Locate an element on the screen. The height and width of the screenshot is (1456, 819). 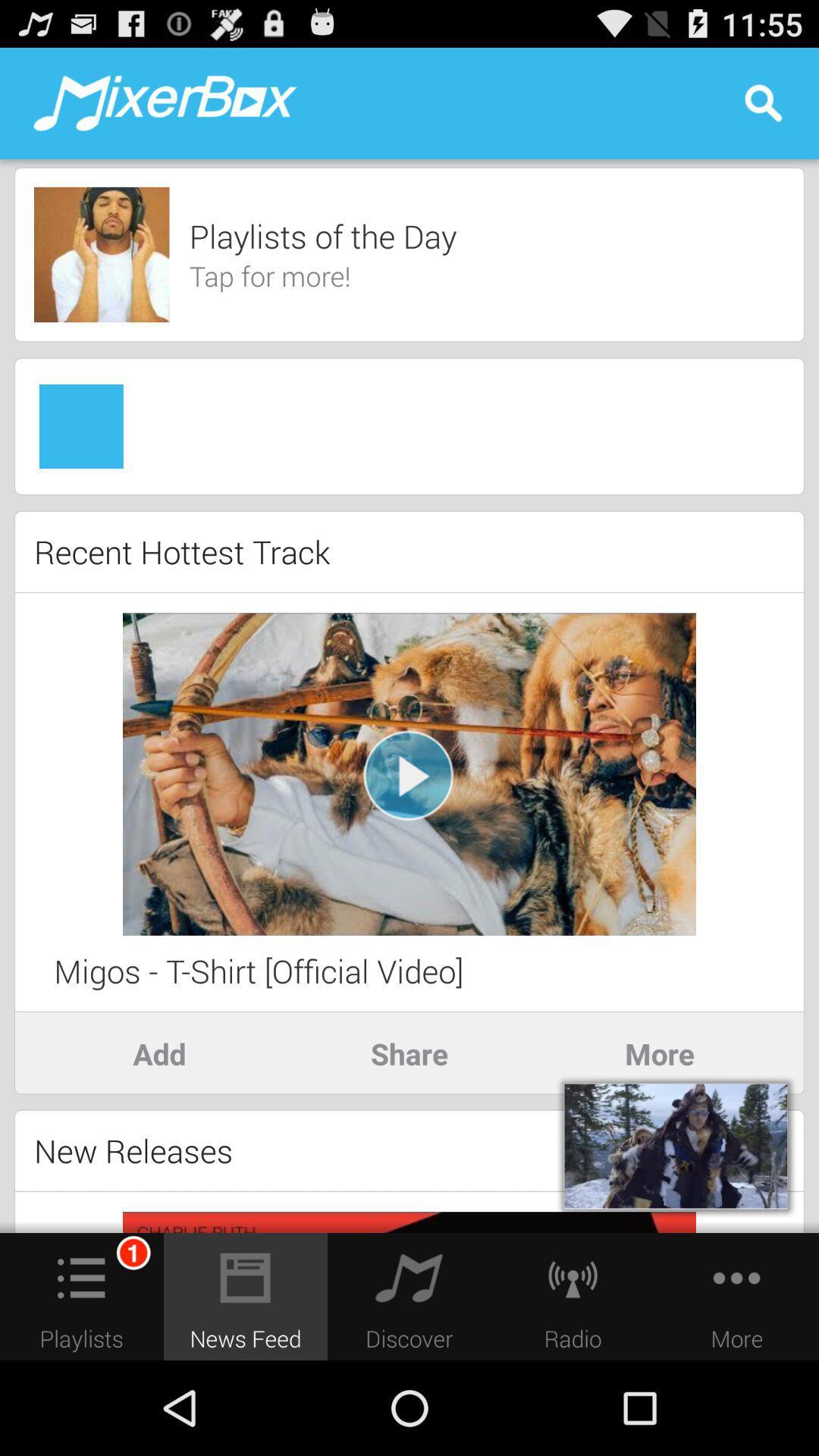
the icon next to the share is located at coordinates (158, 1053).